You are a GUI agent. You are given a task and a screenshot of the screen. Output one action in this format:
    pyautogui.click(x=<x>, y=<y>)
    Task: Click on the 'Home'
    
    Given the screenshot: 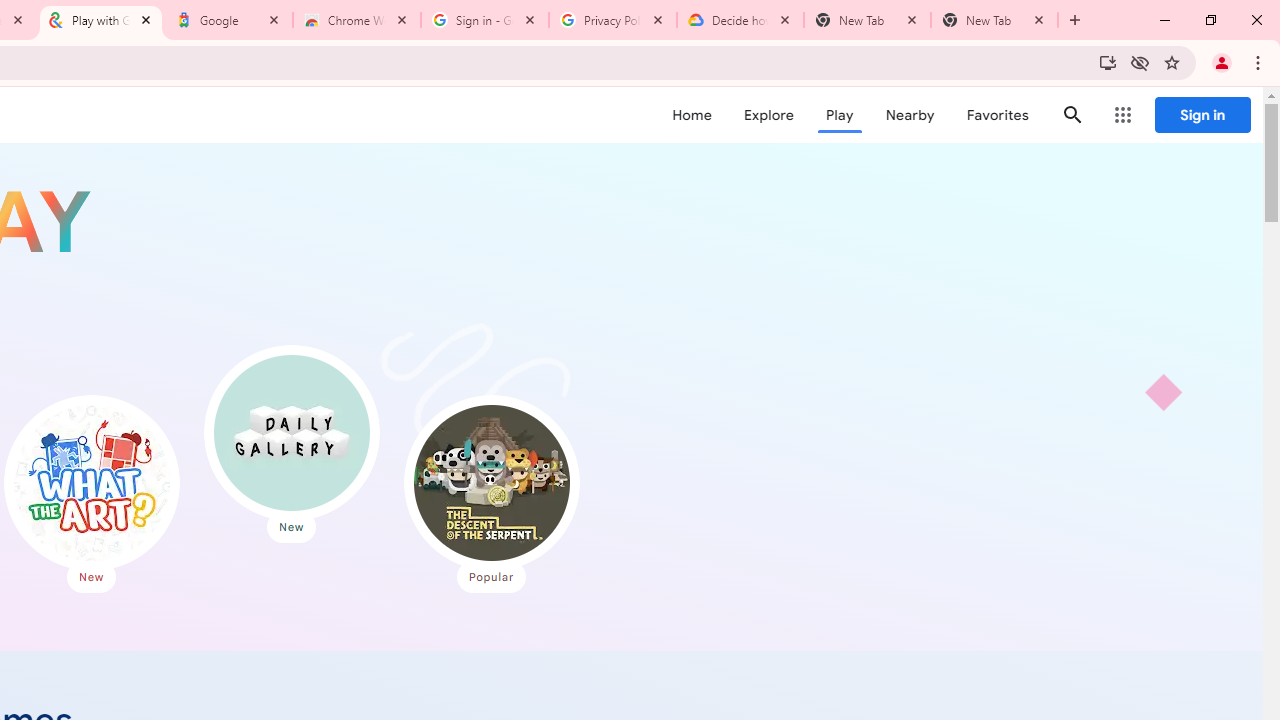 What is the action you would take?
    pyautogui.click(x=691, y=115)
    